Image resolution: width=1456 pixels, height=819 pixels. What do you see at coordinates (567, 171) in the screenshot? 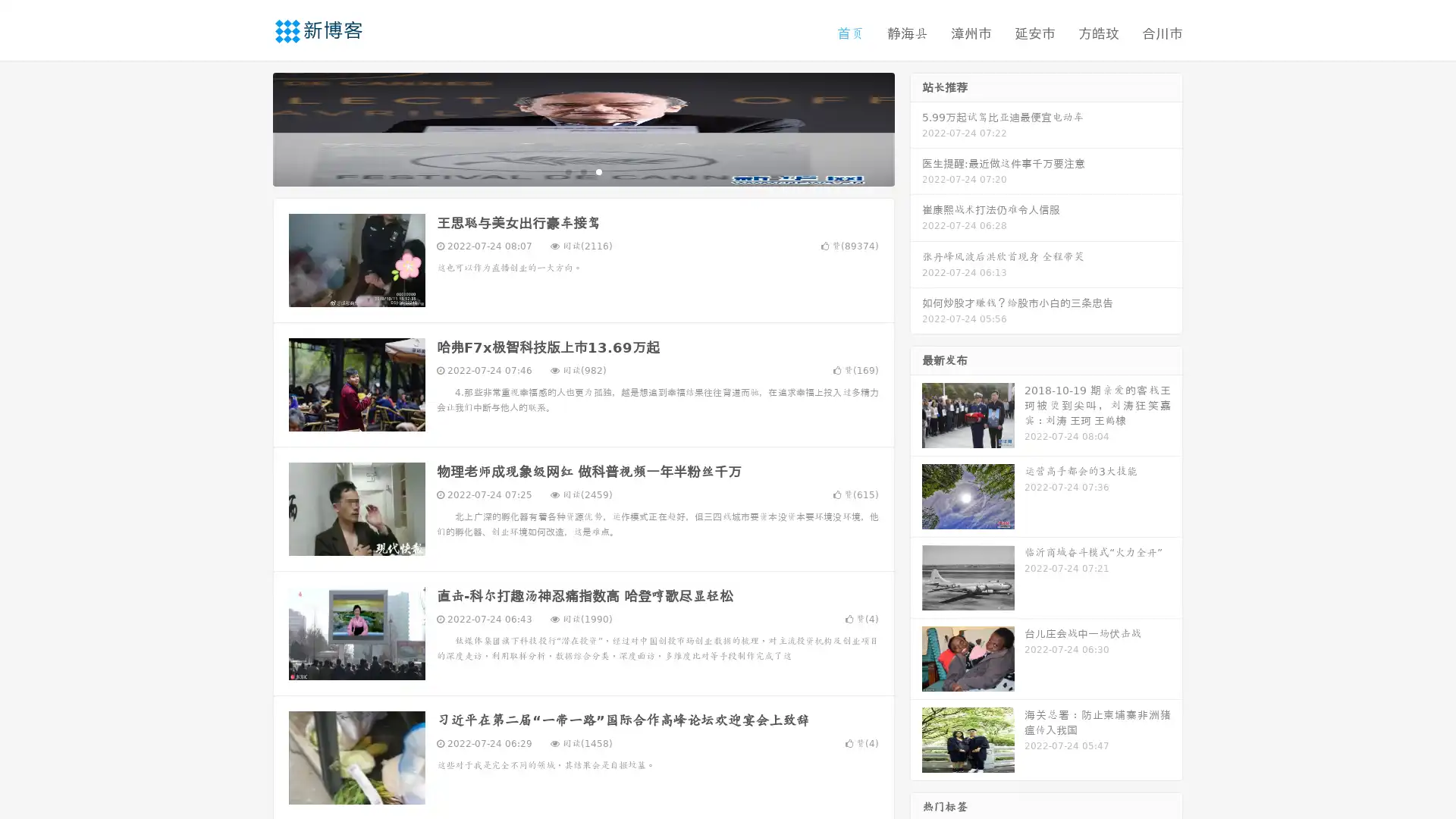
I see `Go to slide 1` at bounding box center [567, 171].